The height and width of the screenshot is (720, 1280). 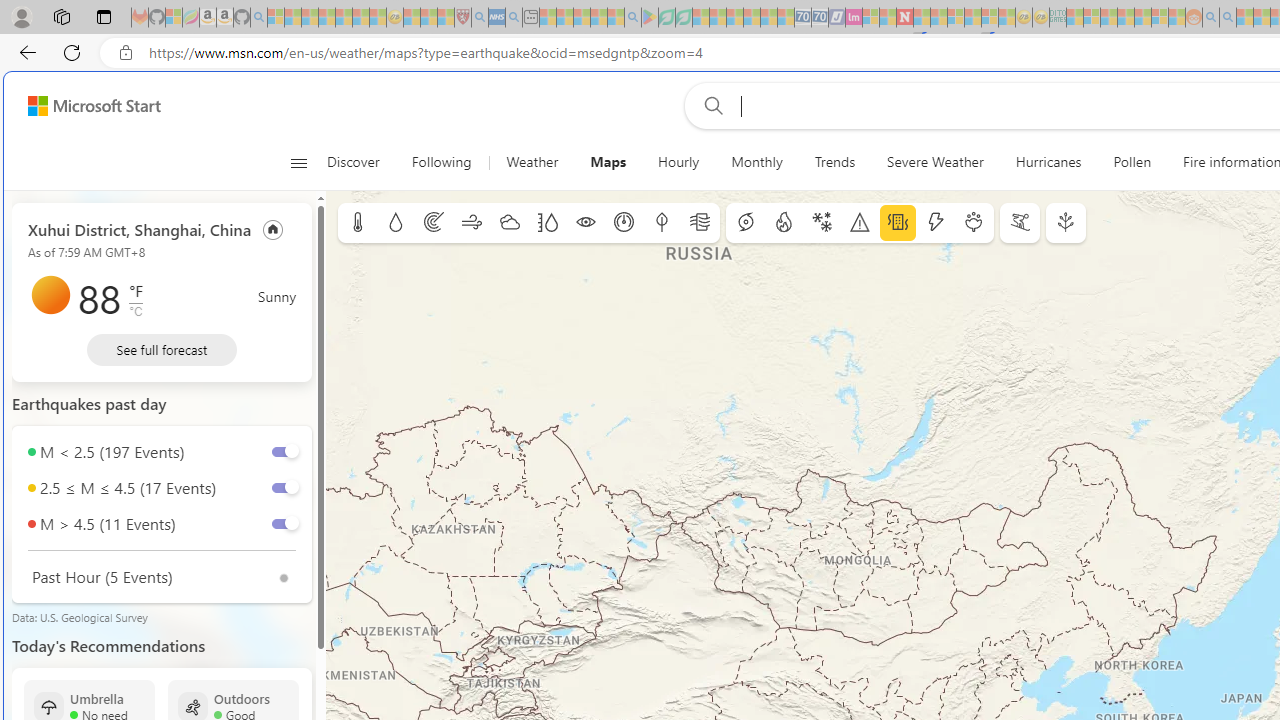 What do you see at coordinates (297, 162) in the screenshot?
I see `'Open navigation menu'` at bounding box center [297, 162].